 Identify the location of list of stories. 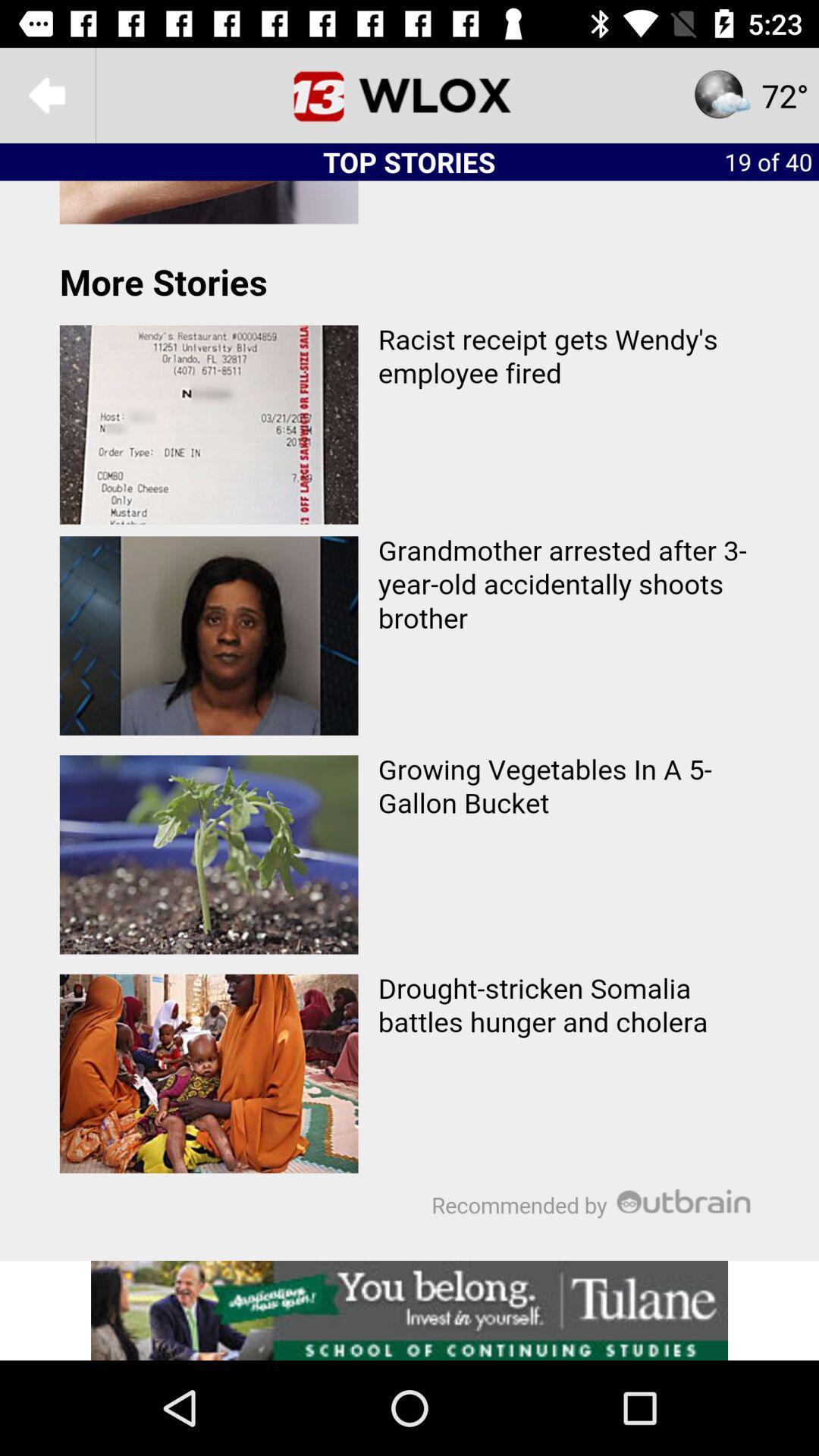
(409, 720).